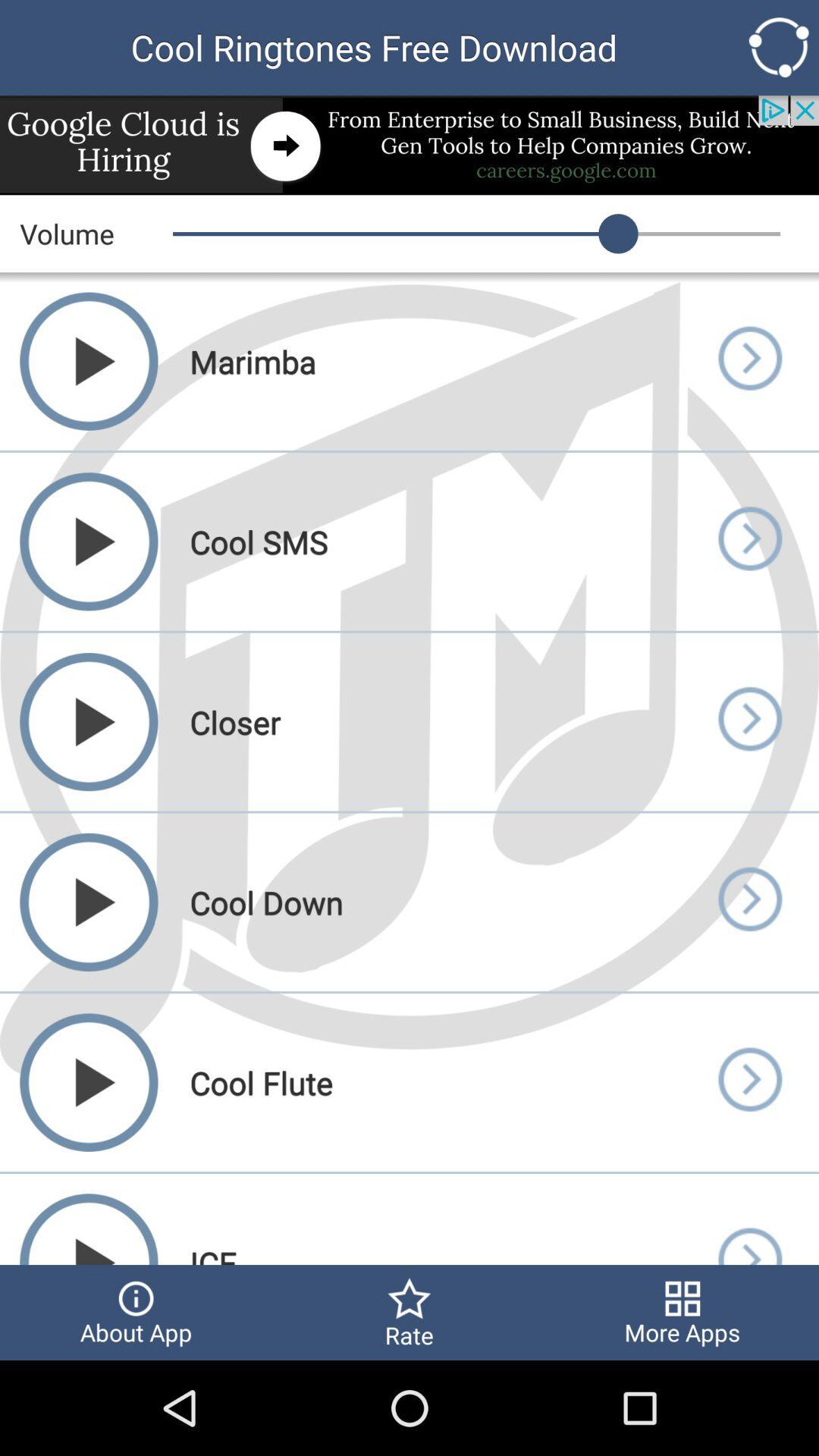  Describe the element at coordinates (748, 902) in the screenshot. I see `the right arrow next to cool down` at that location.